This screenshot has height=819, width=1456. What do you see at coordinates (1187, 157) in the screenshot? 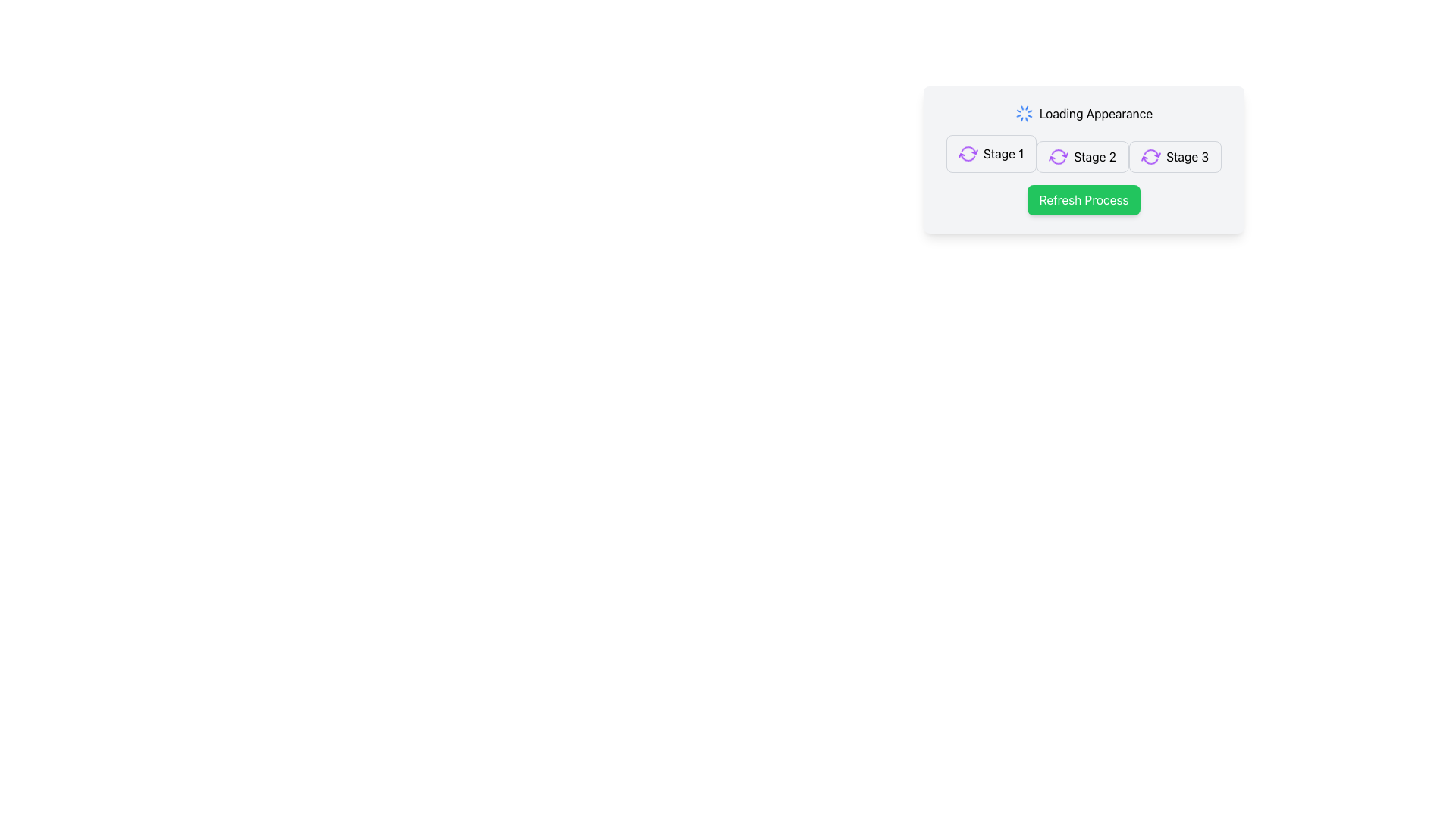
I see `the 'Stage 3' static text label, which is the third element in a horizontally aligned group of stage labels` at bounding box center [1187, 157].